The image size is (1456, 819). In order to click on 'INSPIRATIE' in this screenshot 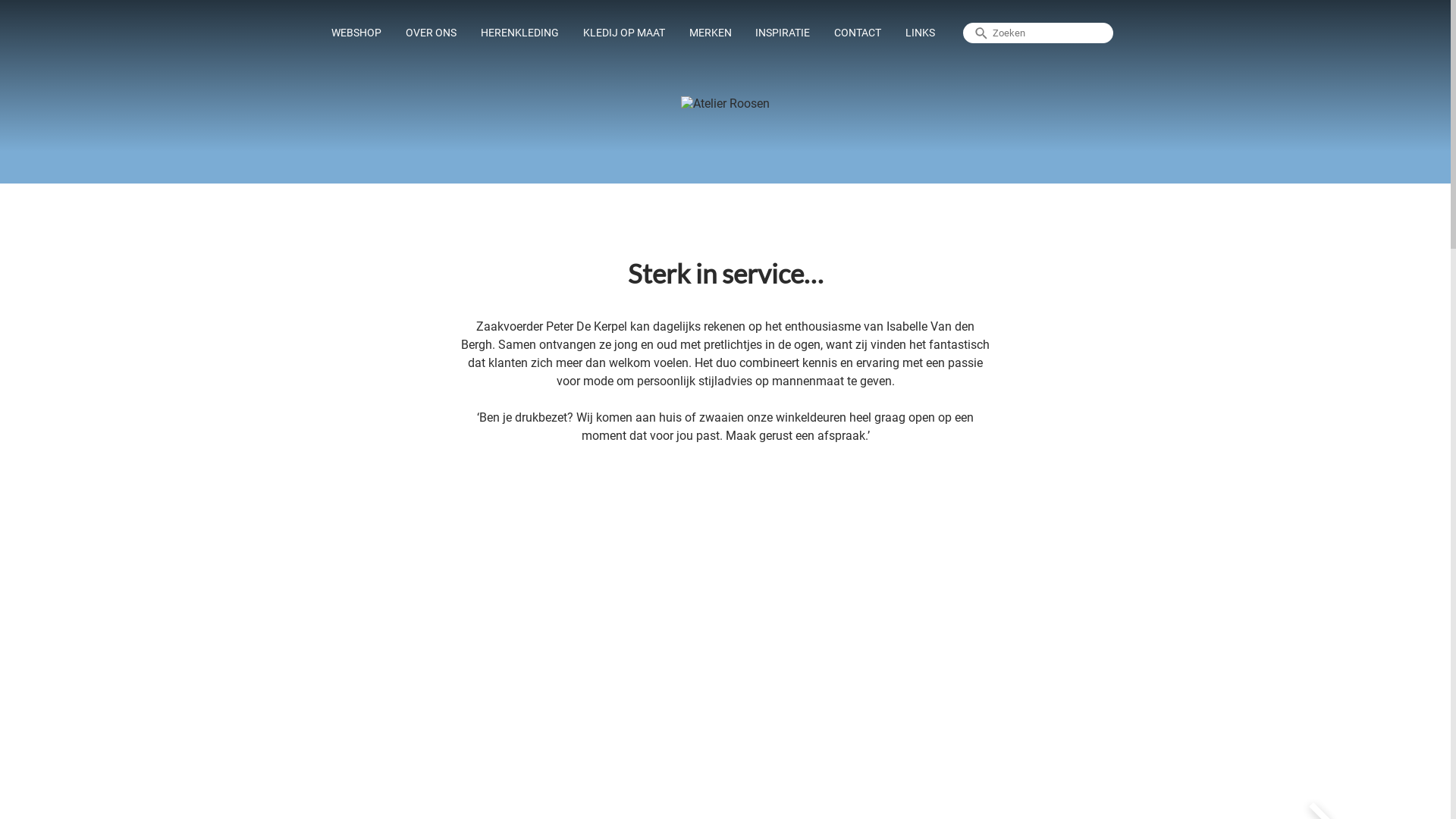, I will do `click(745, 33)`.